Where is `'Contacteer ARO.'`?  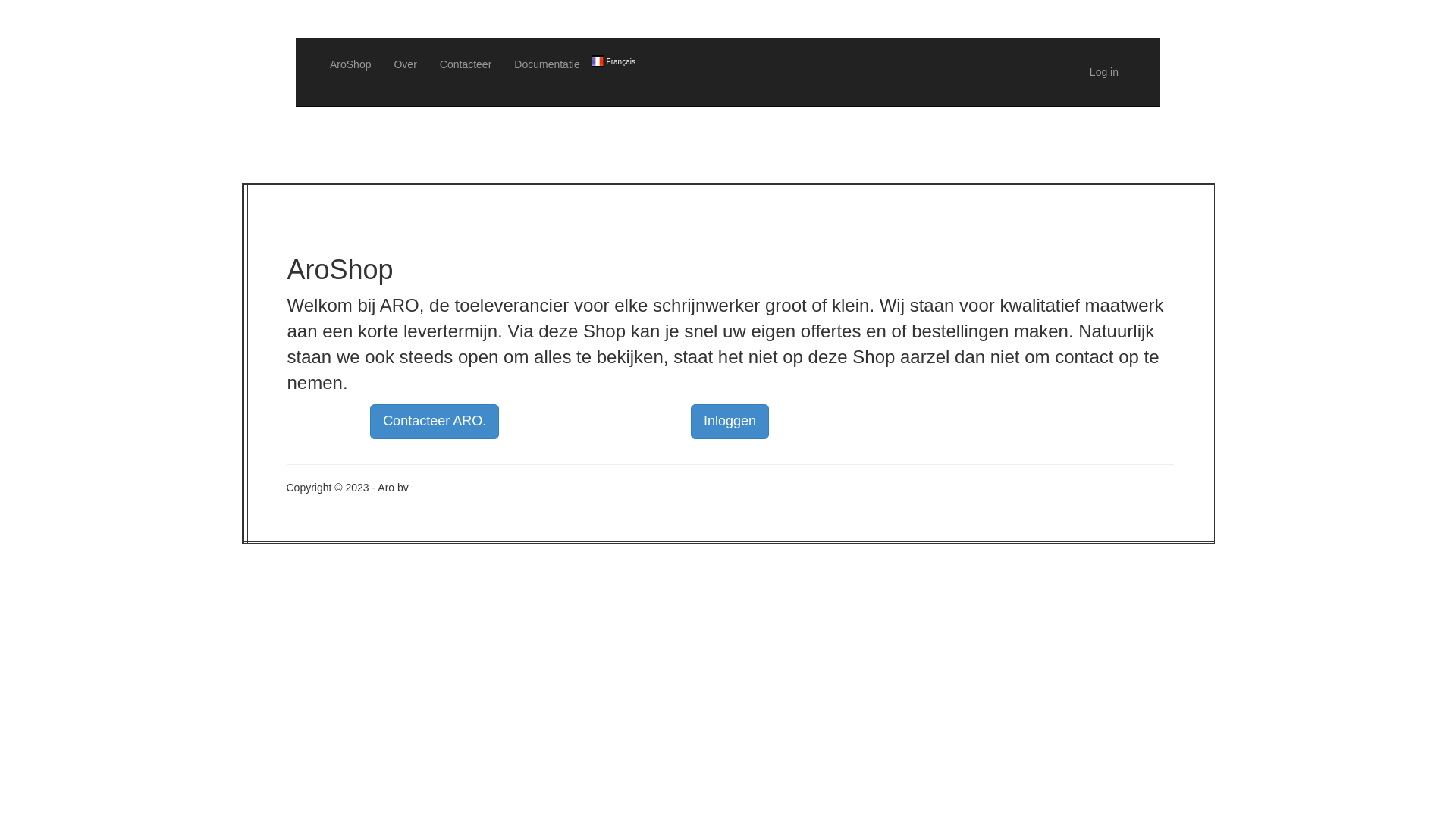 'Contacteer ARO.' is located at coordinates (433, 421).